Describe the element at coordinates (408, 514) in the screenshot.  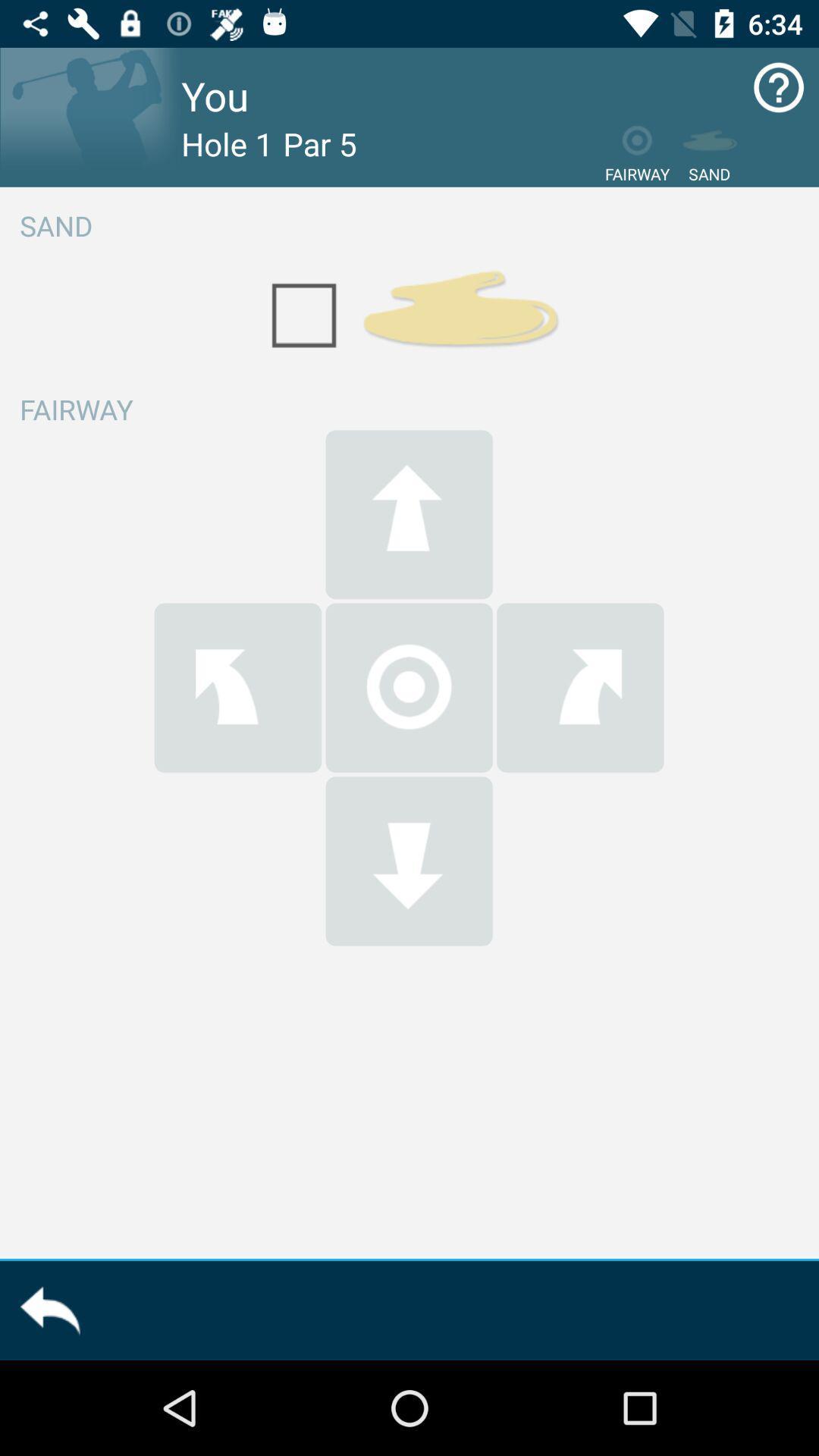
I see `move forward` at that location.